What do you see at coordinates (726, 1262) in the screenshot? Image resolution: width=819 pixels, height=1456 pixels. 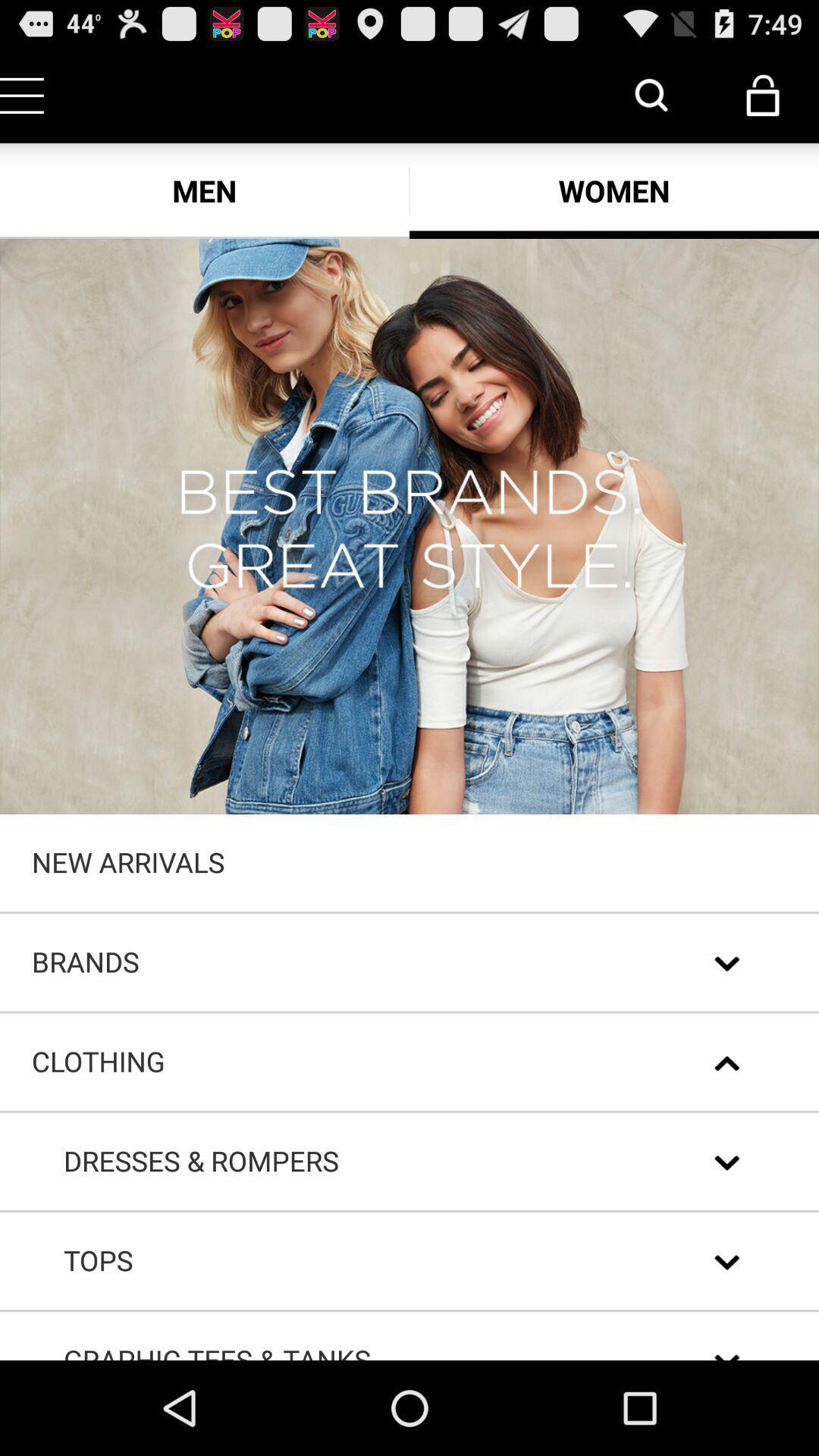 I see `the second down arrow from bottom` at bounding box center [726, 1262].